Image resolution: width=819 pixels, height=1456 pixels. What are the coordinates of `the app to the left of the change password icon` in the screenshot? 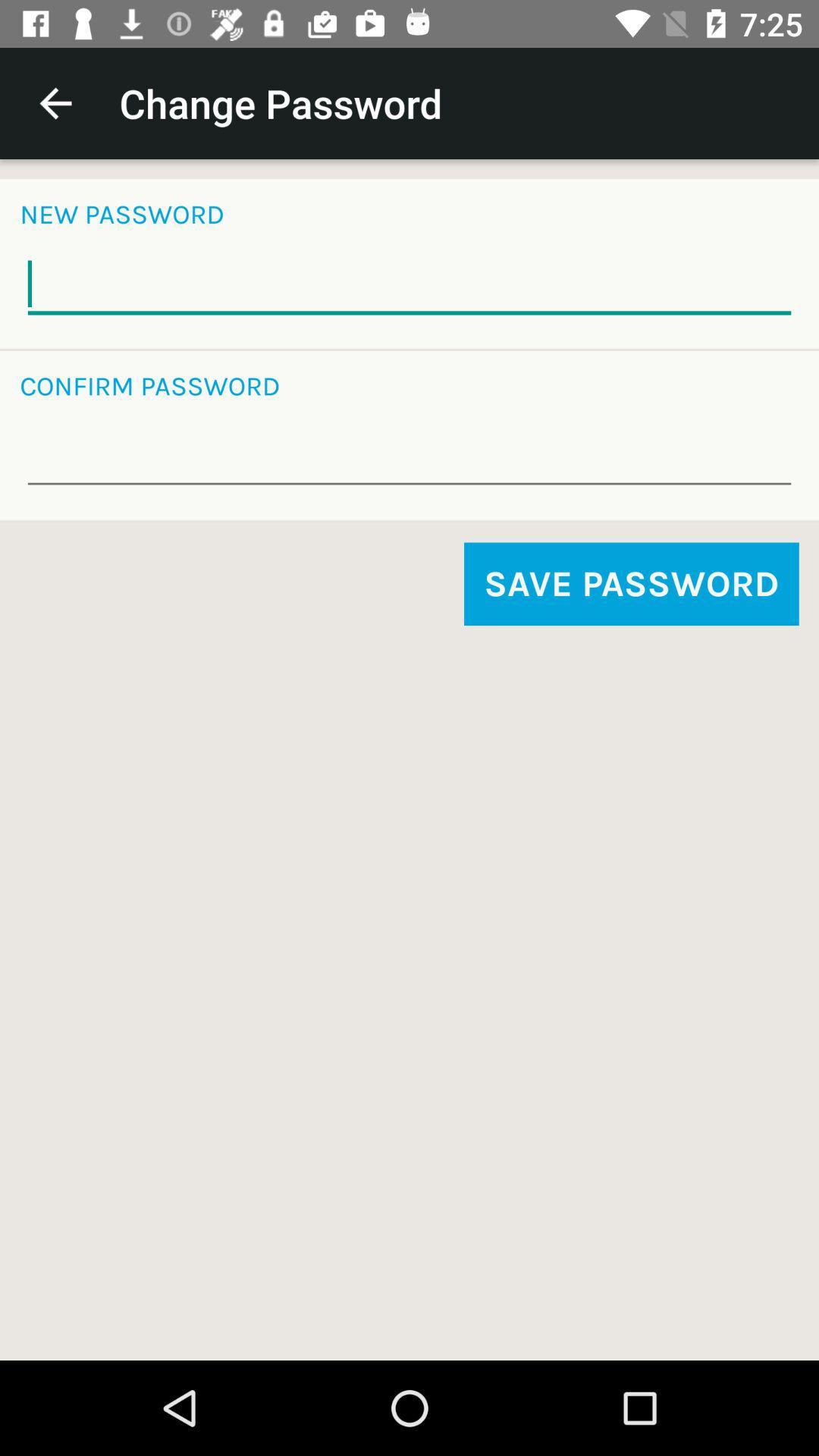 It's located at (55, 102).